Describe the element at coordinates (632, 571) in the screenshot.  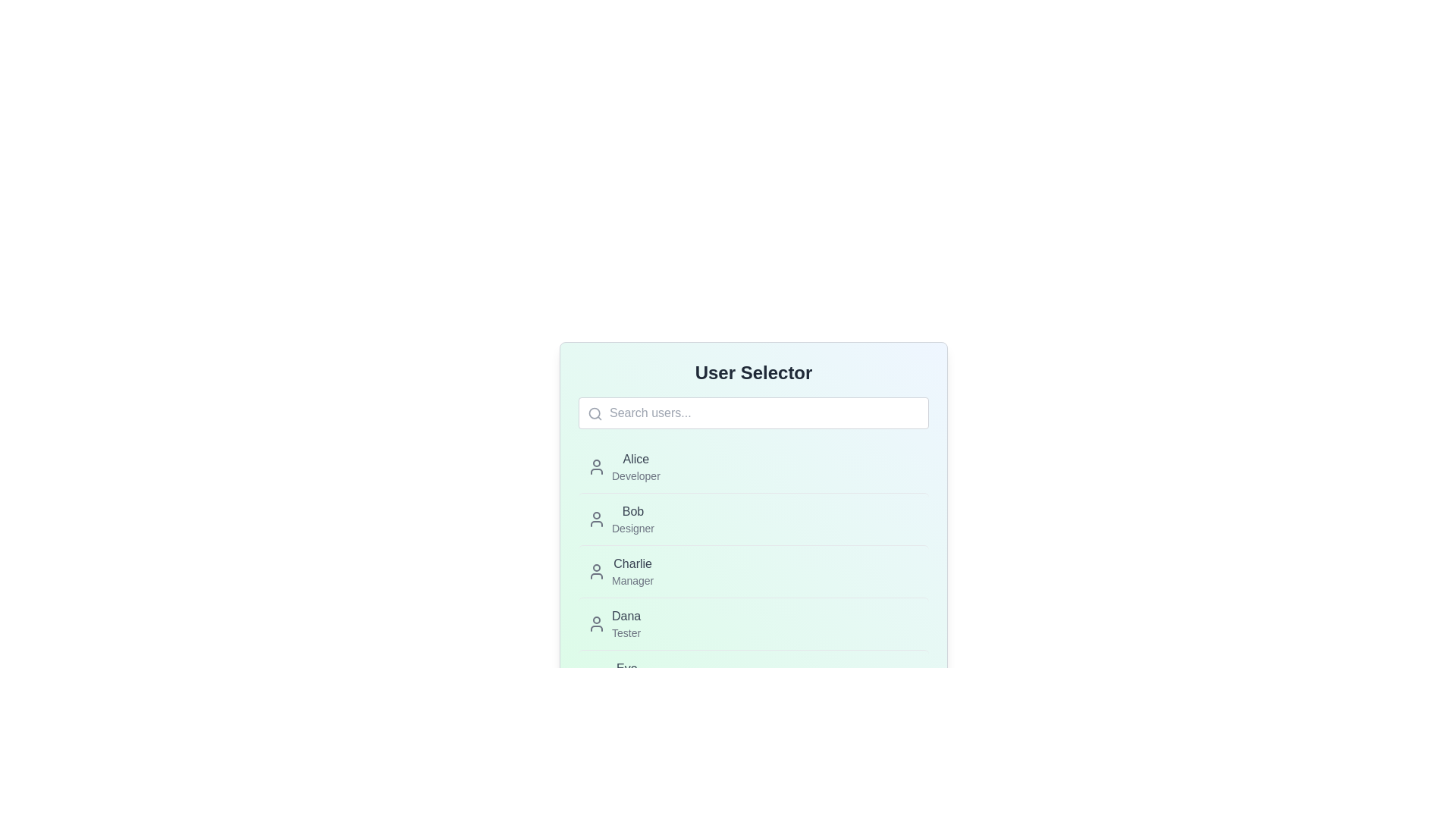
I see `the Text label indicating the user 'Charlie' in the User Selector list, which is the third item between 'Bob' and 'Dana'` at that location.